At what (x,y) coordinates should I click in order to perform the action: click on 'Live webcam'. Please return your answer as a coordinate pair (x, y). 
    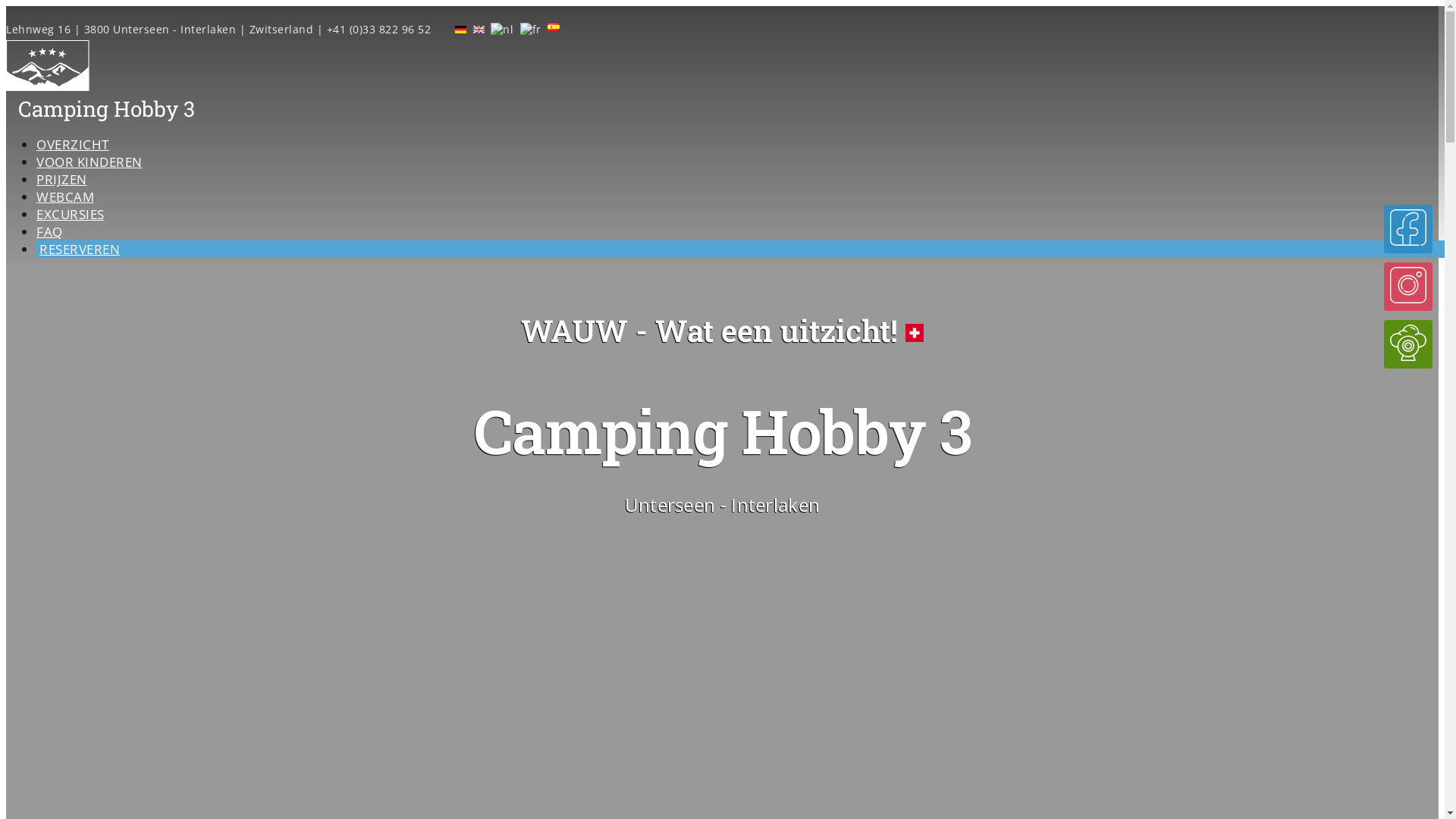
    Looking at the image, I should click on (1407, 344).